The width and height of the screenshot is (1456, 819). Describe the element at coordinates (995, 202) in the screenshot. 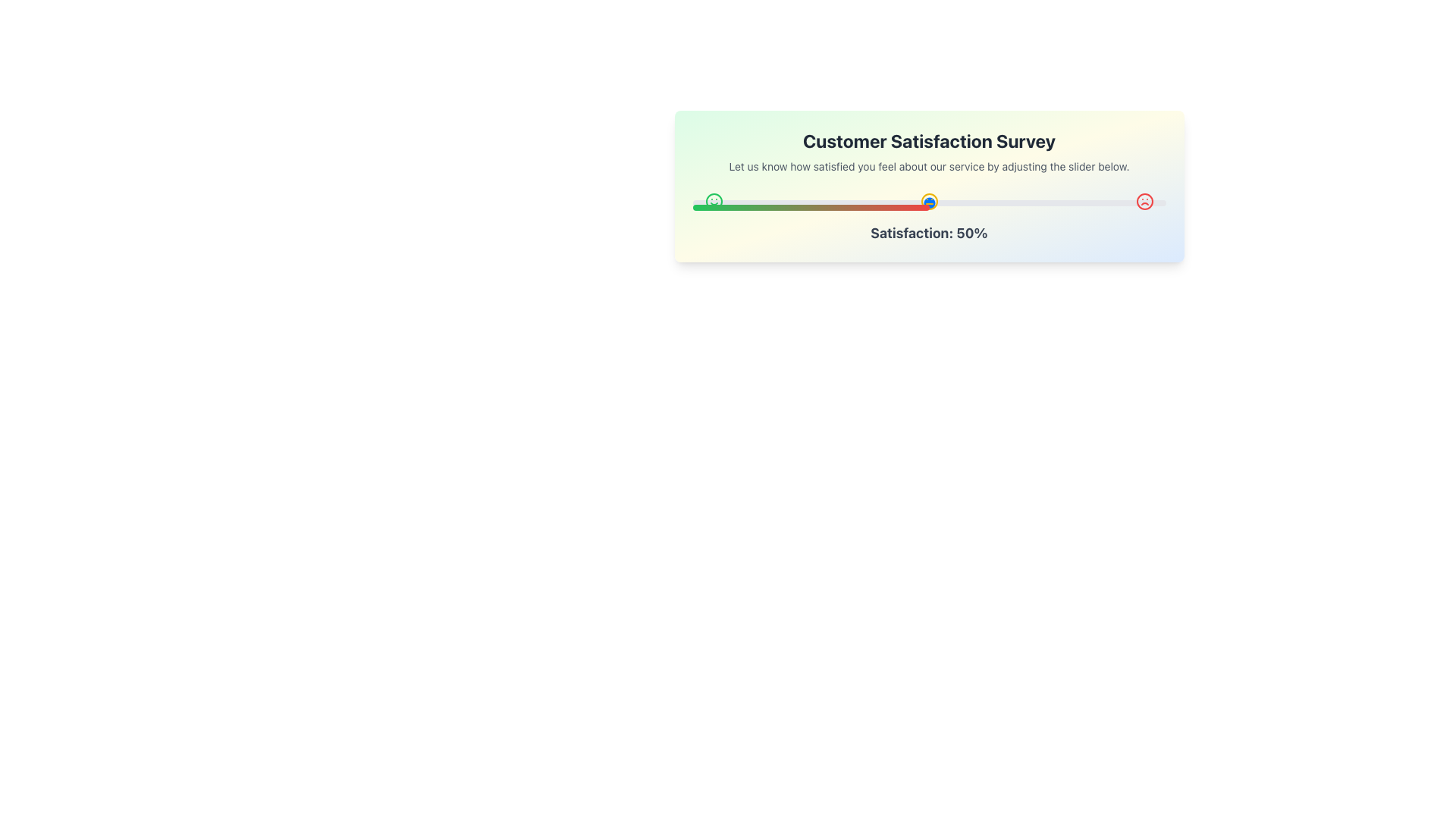

I see `satisfaction level` at that location.